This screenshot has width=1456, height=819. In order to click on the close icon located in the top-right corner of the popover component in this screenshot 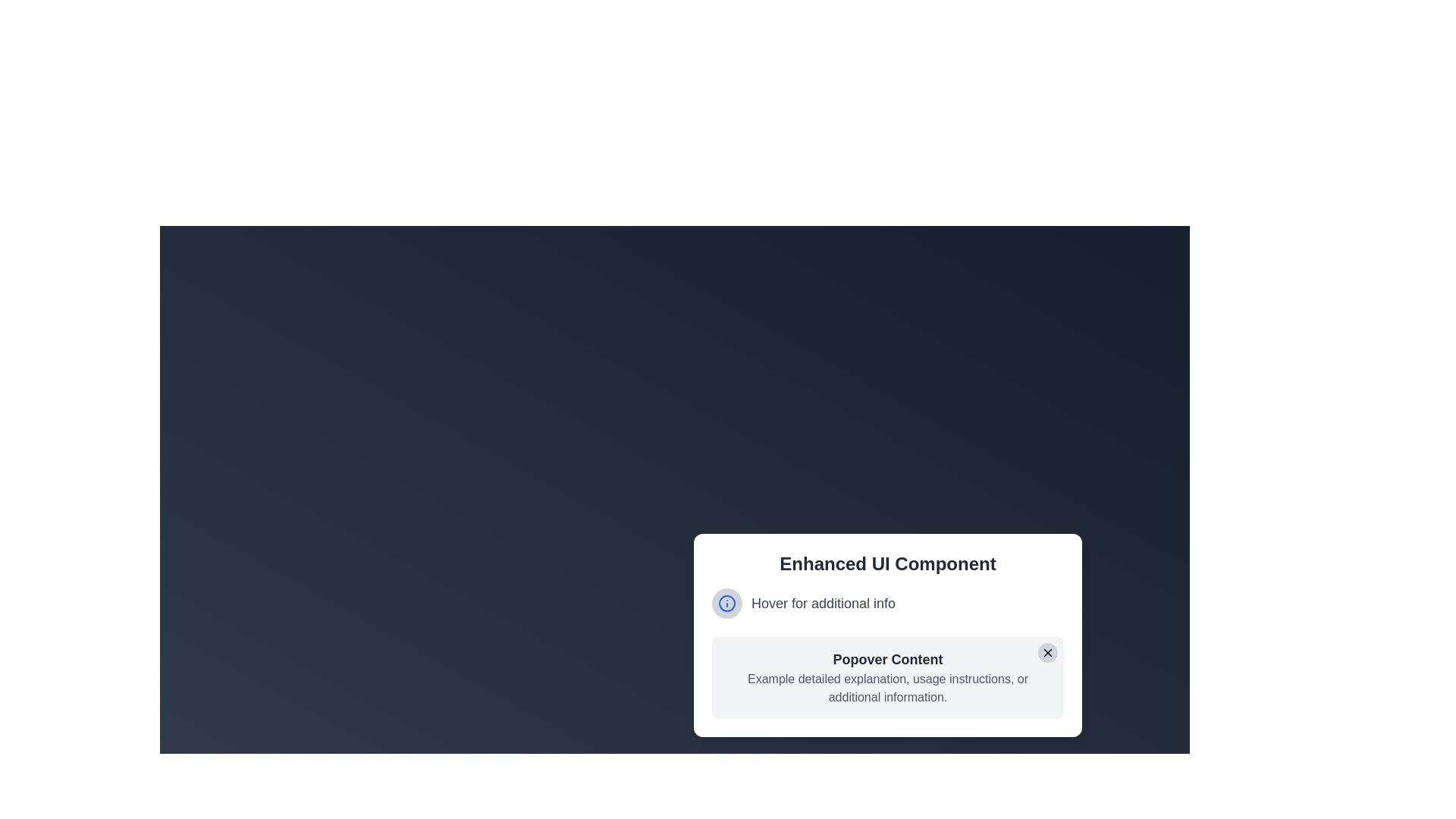, I will do `click(1047, 651)`.